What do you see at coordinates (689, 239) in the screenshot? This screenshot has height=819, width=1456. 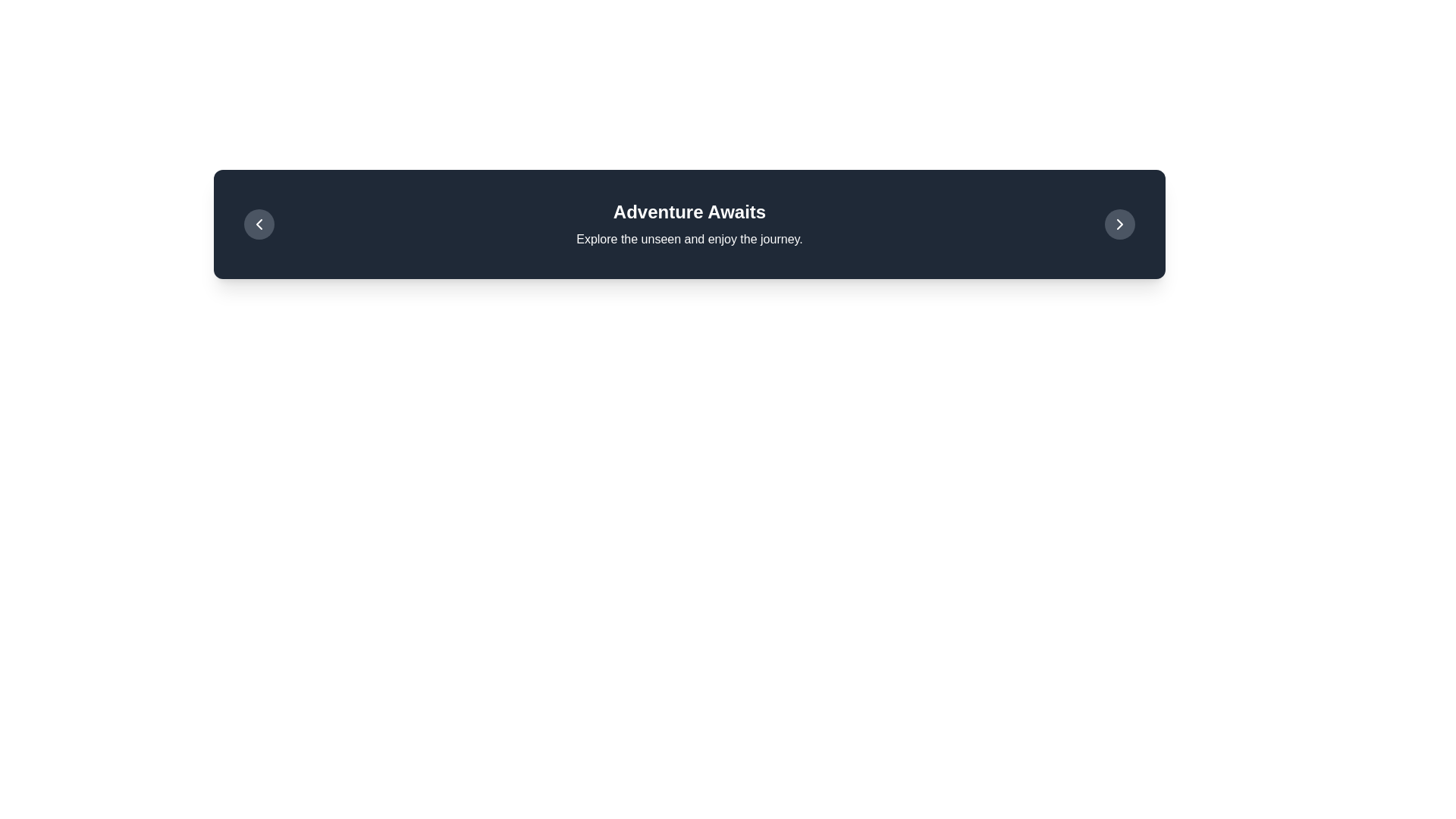 I see `the Text Display element containing the phrase 'Explore the unseen and enjoy the journey.' located below the 'Adventure Awaits' heading in the dark blue rectangular section` at bounding box center [689, 239].